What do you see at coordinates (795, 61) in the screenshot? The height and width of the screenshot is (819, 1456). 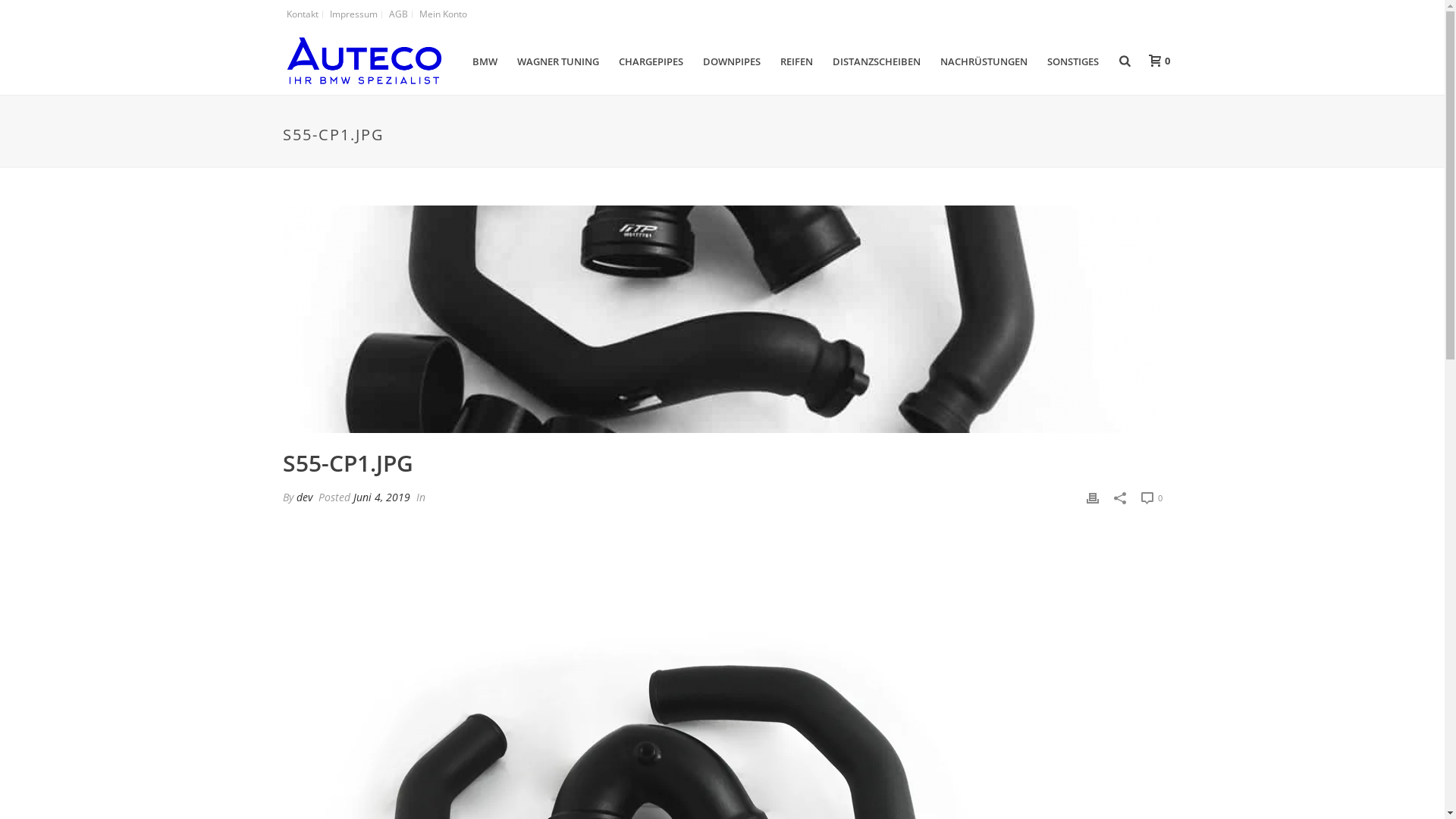 I see `'REIFEN'` at bounding box center [795, 61].